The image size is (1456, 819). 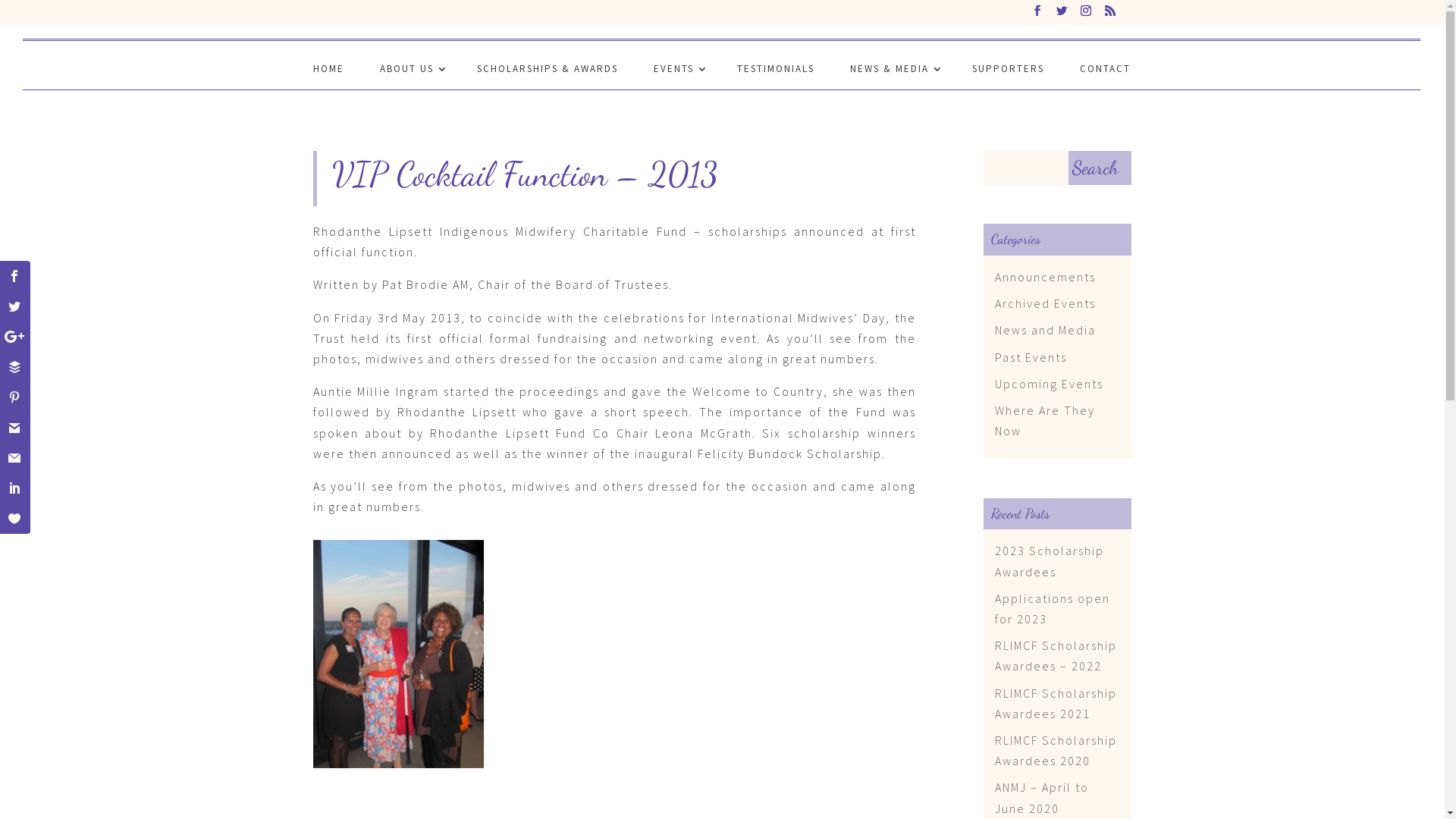 What do you see at coordinates (892, 76) in the screenshot?
I see `'NEWS & MEDIA'` at bounding box center [892, 76].